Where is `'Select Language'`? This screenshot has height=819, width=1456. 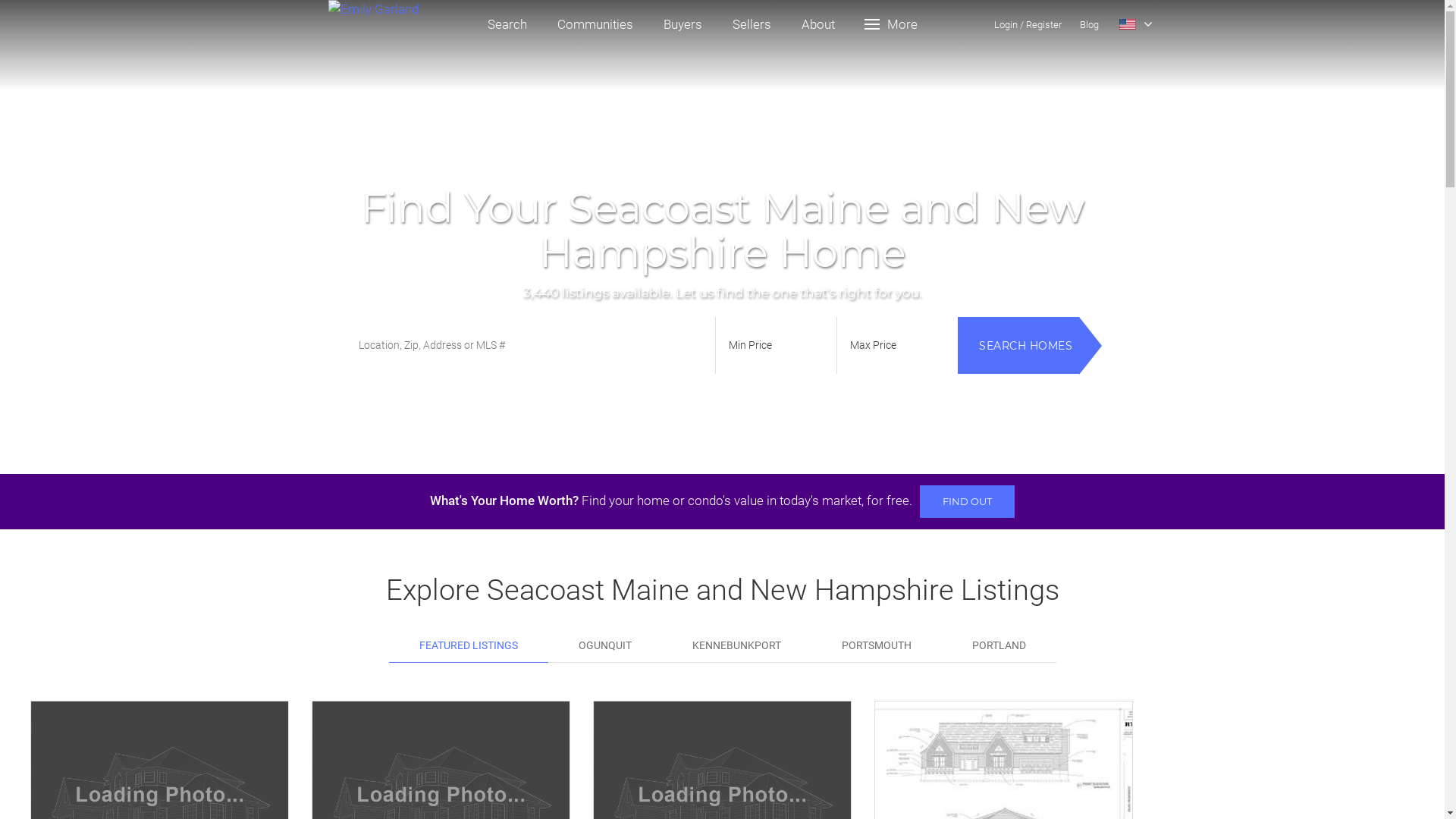
'Select Language' is located at coordinates (1119, 24).